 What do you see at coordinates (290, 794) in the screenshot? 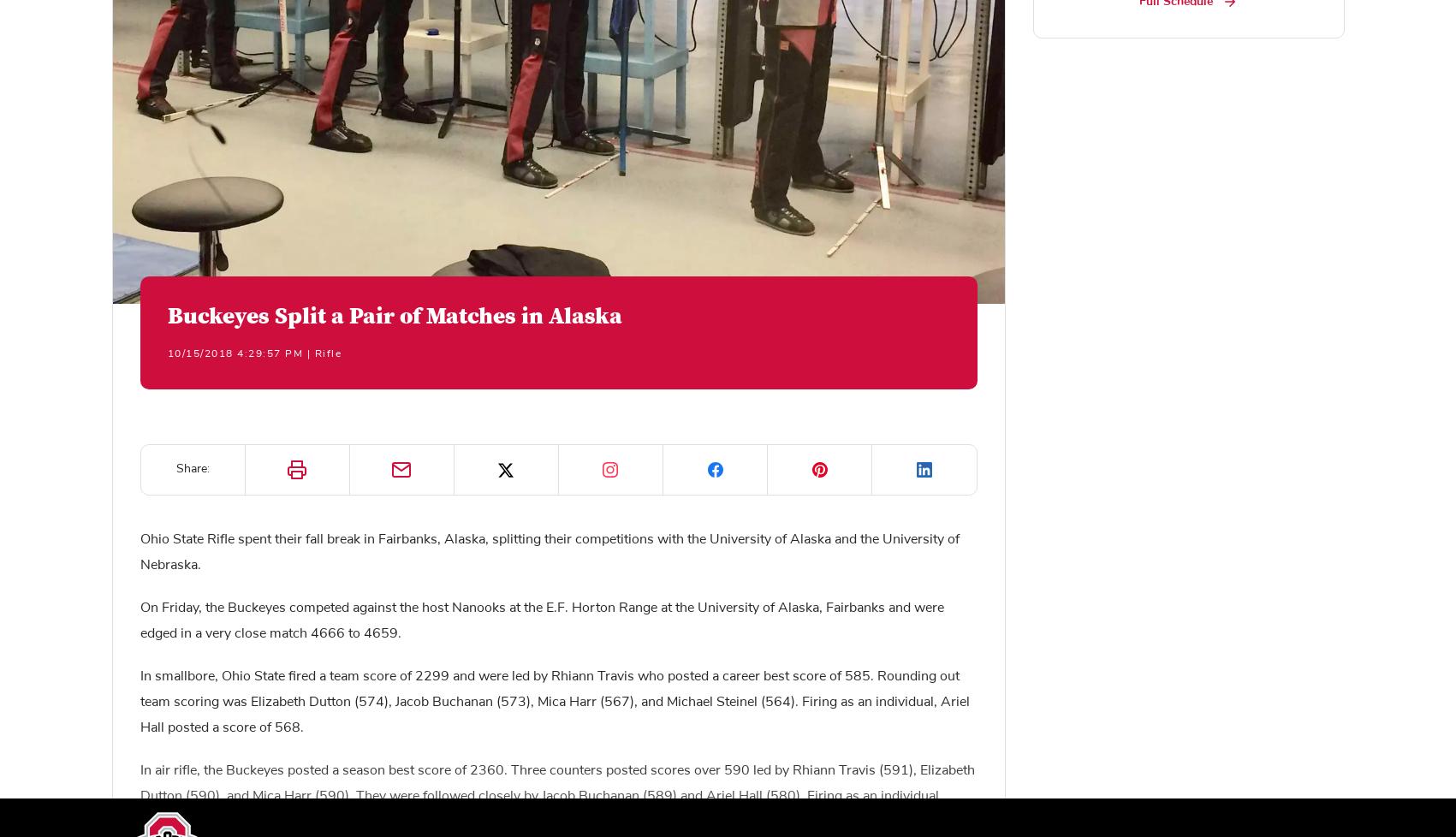
I see `'Privacy Policy'` at bounding box center [290, 794].